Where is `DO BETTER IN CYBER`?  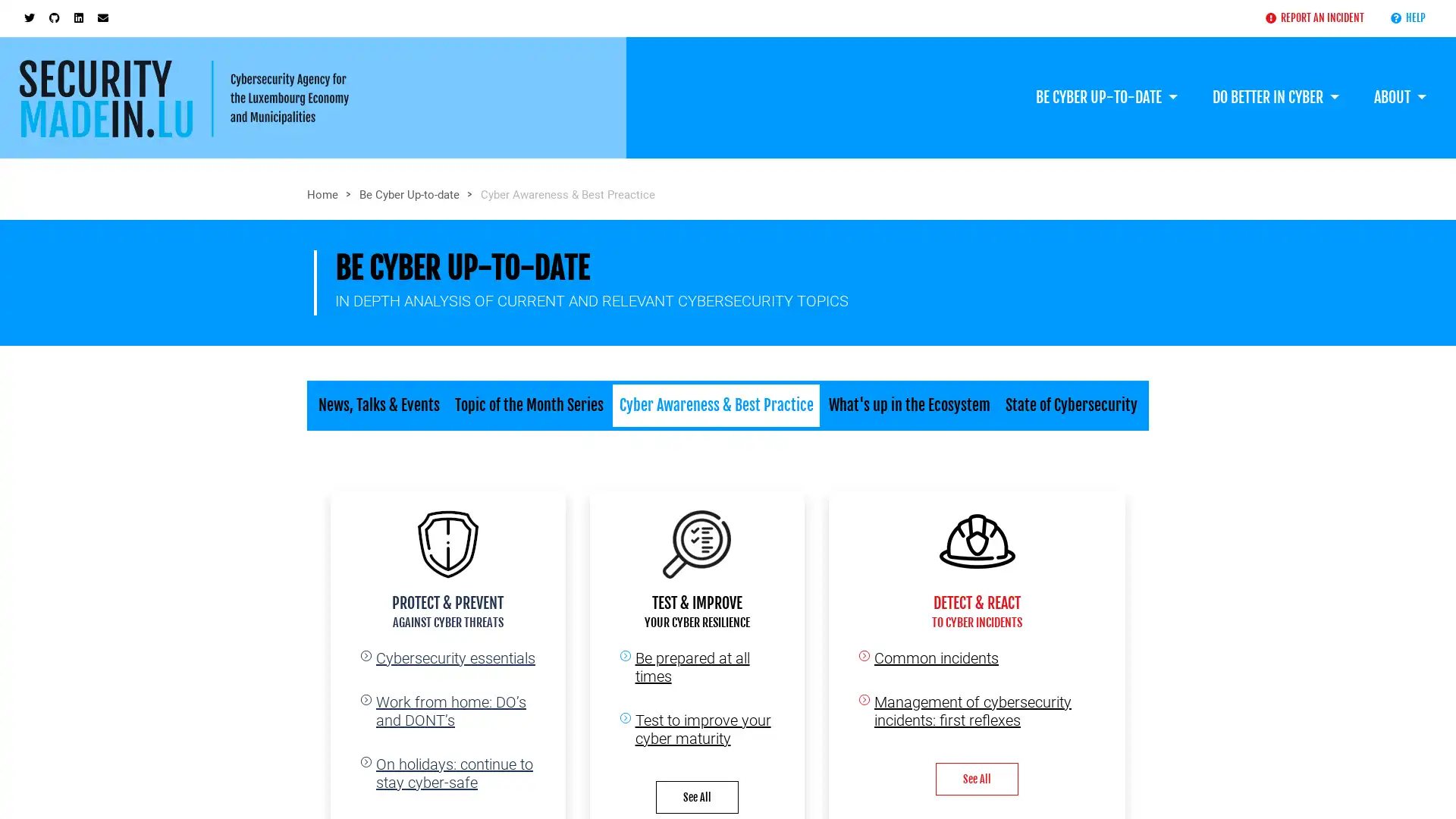
DO BETTER IN CYBER is located at coordinates (1274, 82).